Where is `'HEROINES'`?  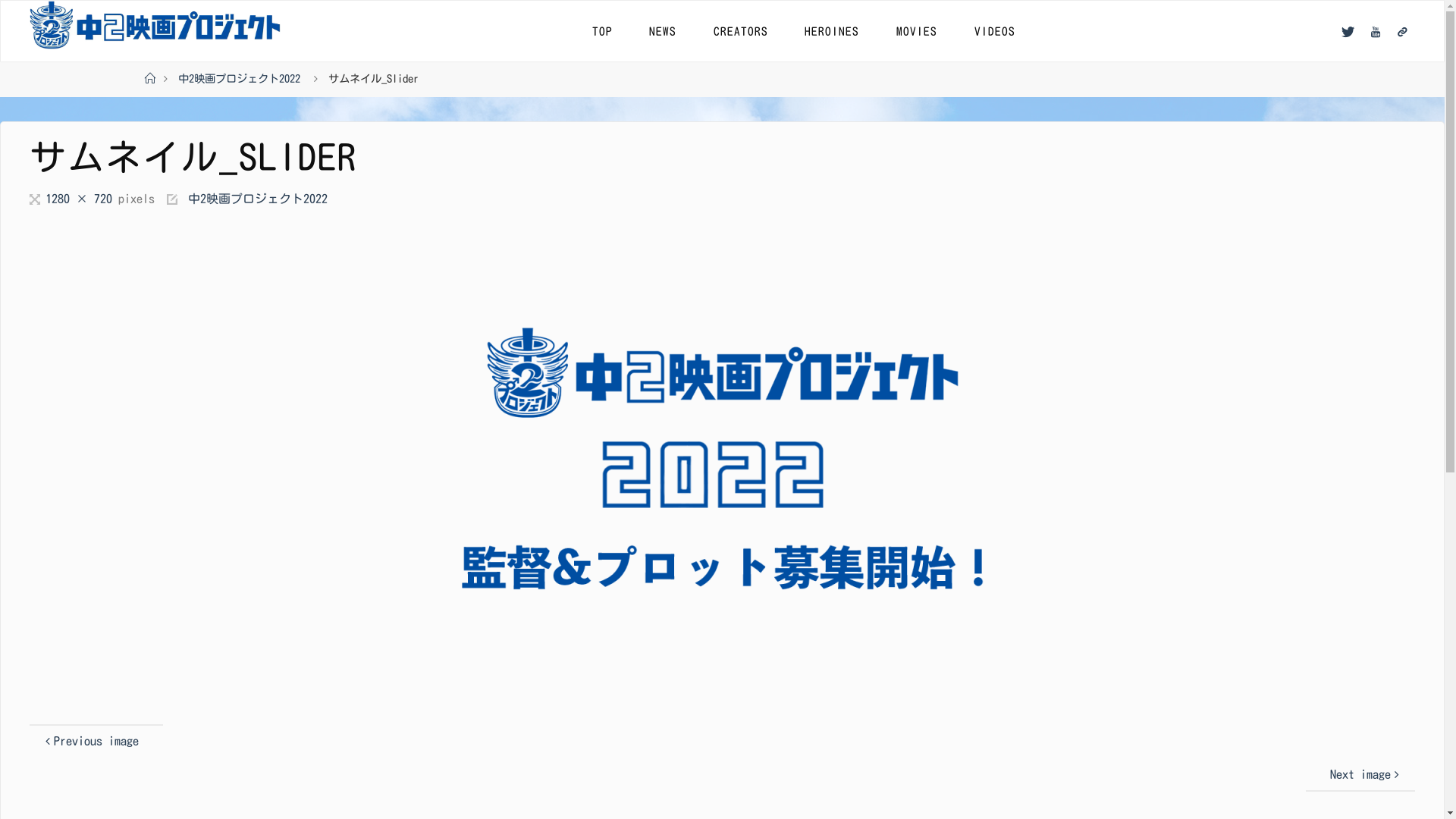 'HEROINES' is located at coordinates (831, 31).